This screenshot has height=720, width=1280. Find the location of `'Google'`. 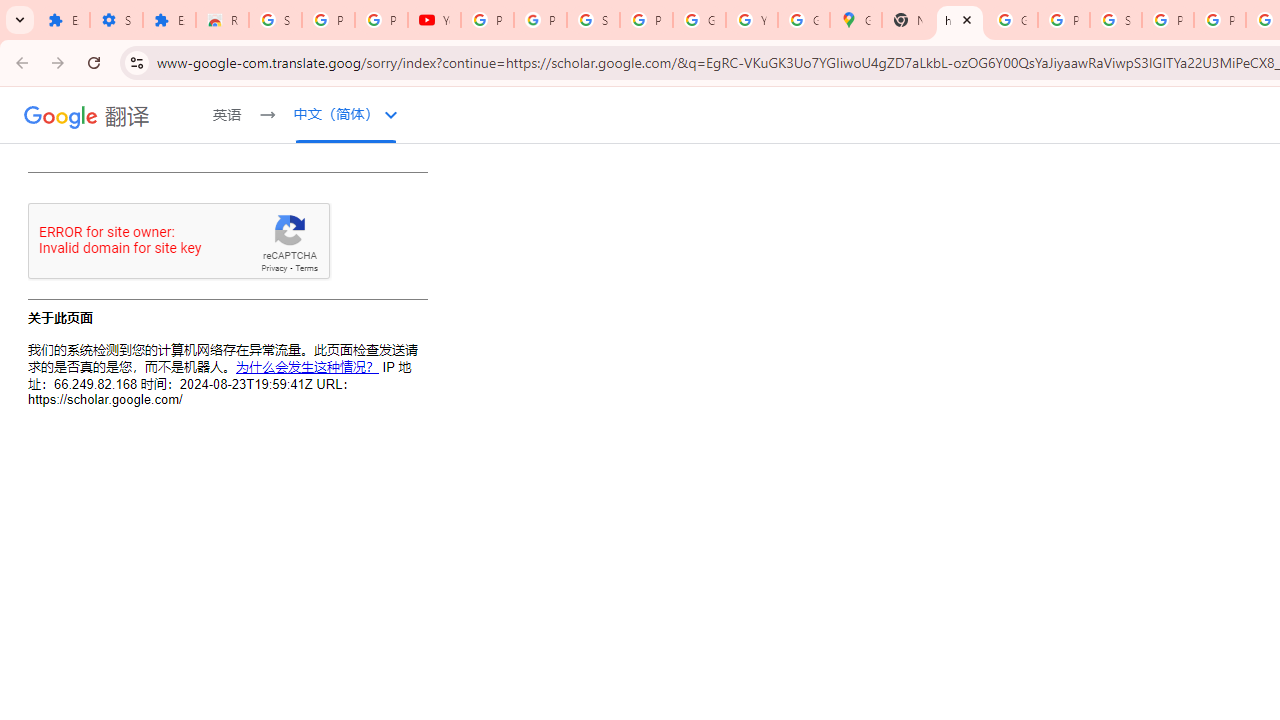

'Google' is located at coordinates (61, 116).